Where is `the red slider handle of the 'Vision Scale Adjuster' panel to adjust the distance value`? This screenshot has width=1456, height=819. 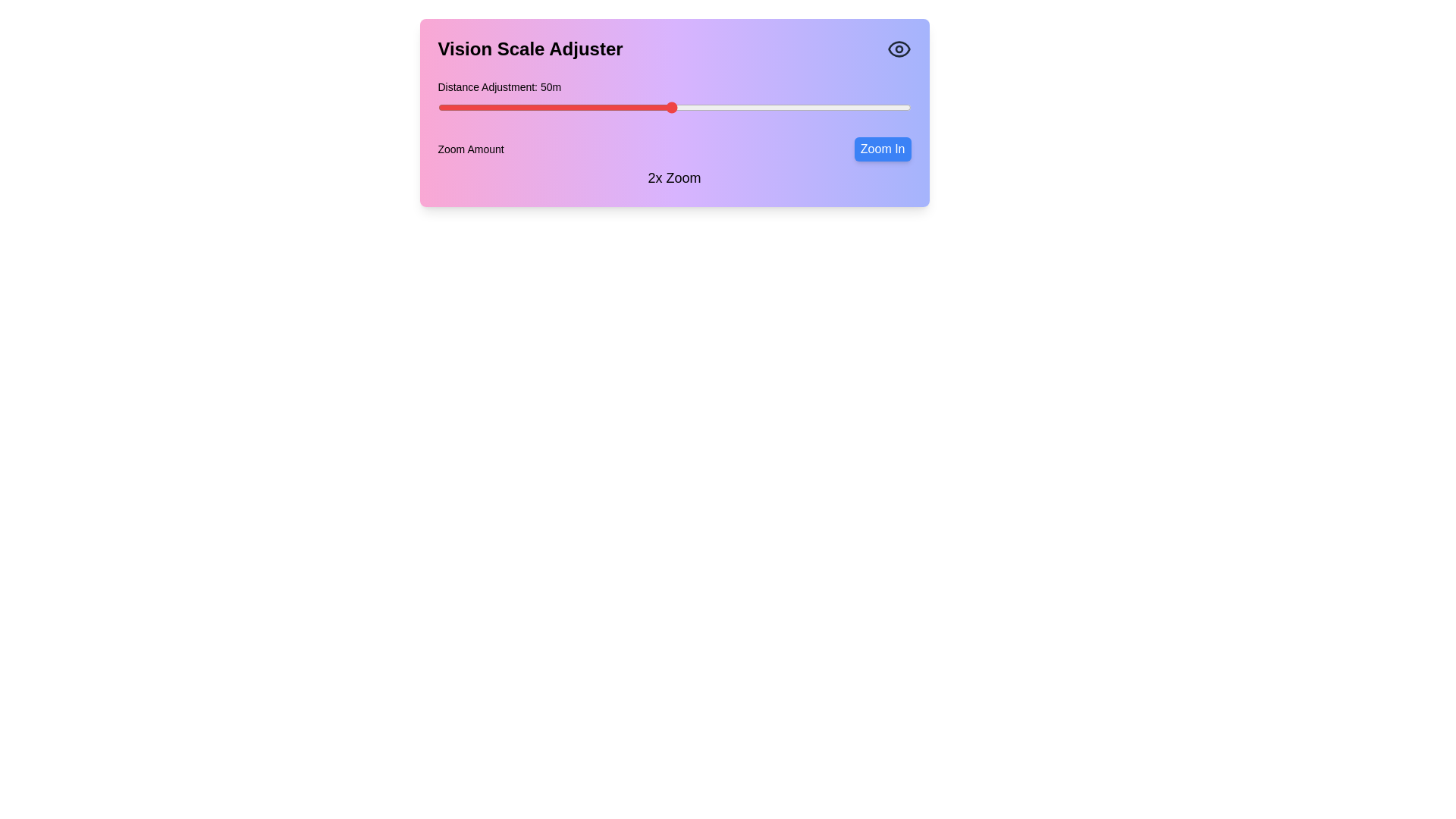
the red slider handle of the 'Vision Scale Adjuster' panel to adjust the distance value is located at coordinates (673, 112).